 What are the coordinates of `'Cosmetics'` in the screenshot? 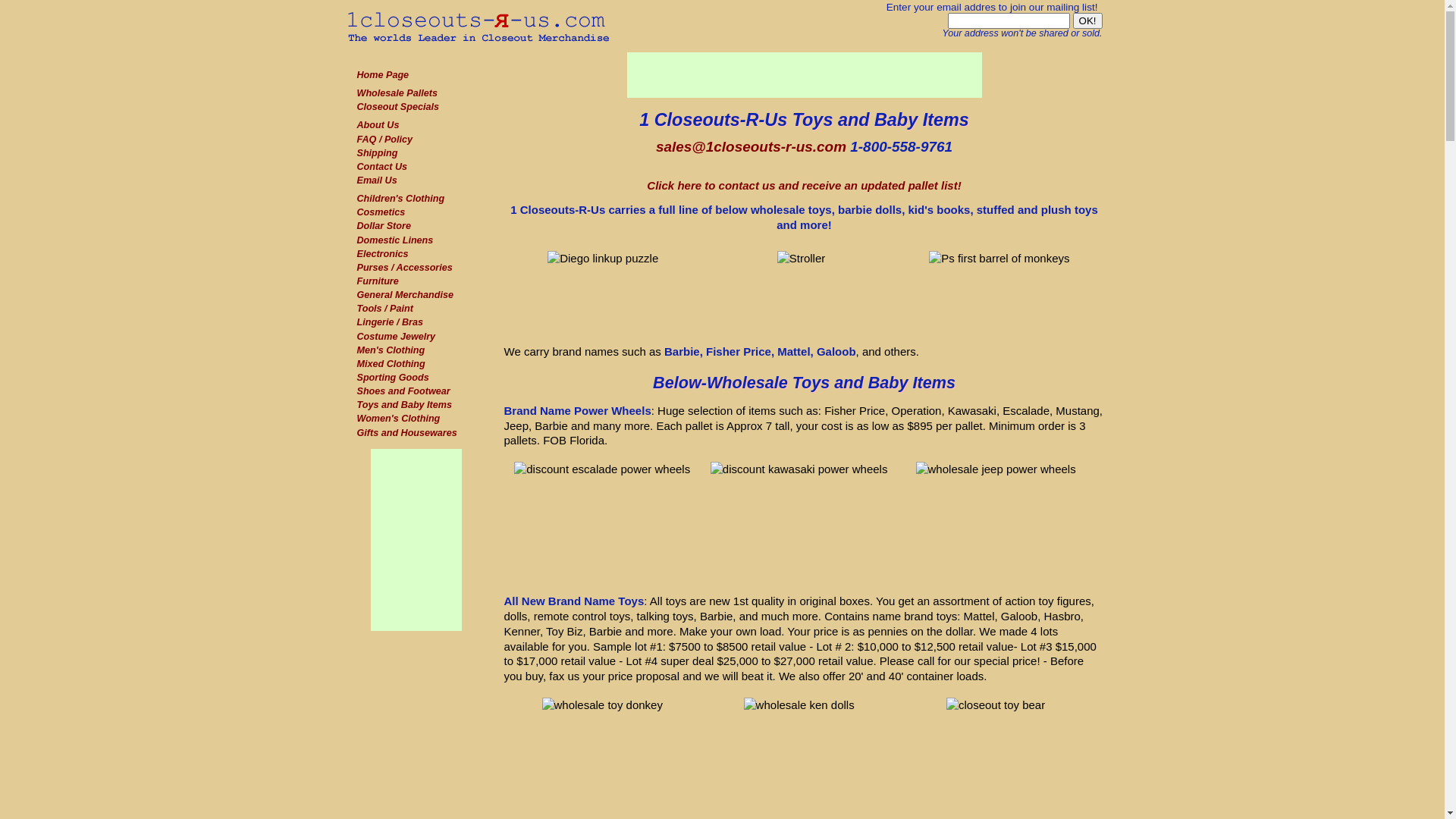 It's located at (381, 212).